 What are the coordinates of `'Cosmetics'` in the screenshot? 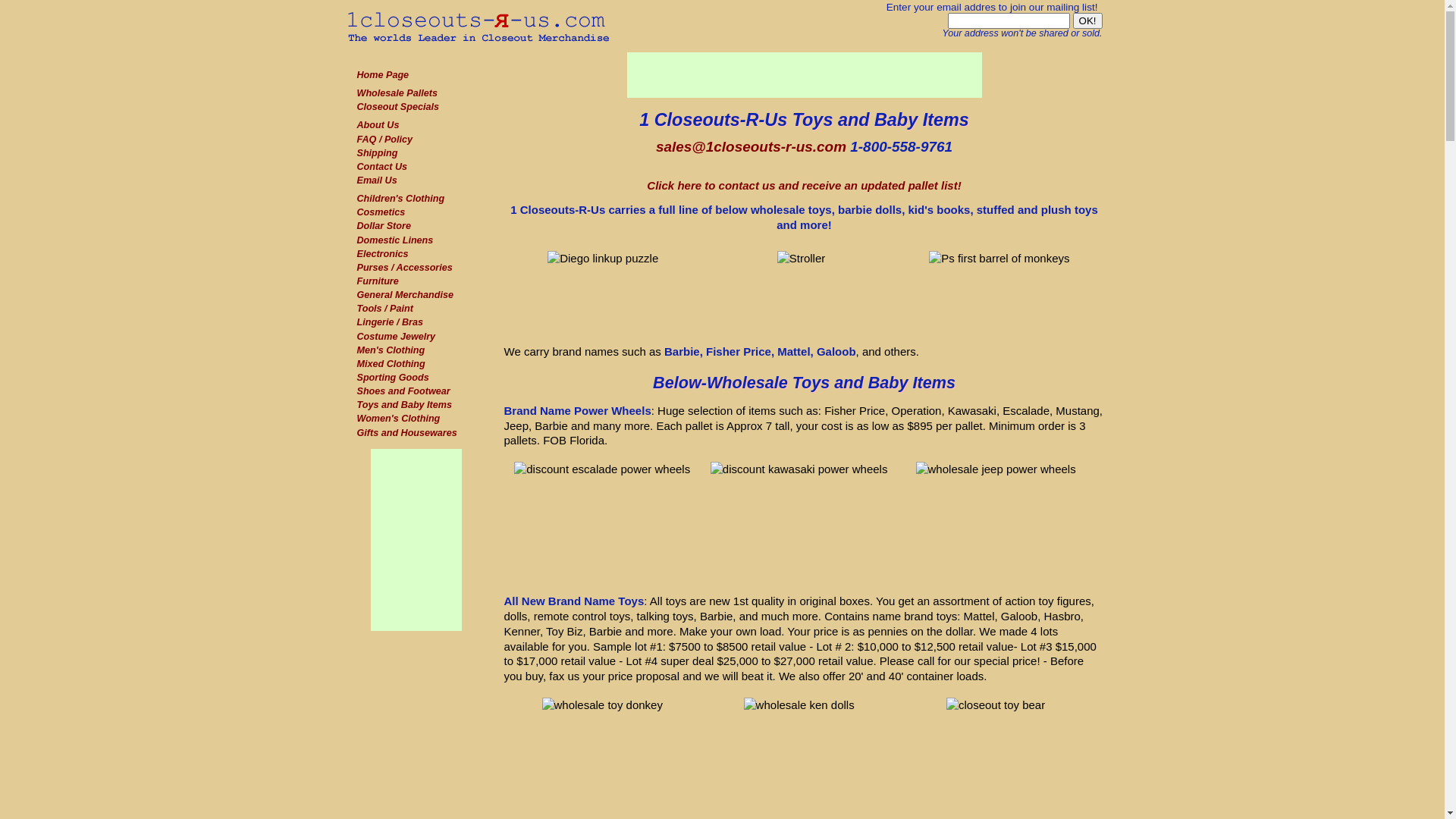 It's located at (381, 212).